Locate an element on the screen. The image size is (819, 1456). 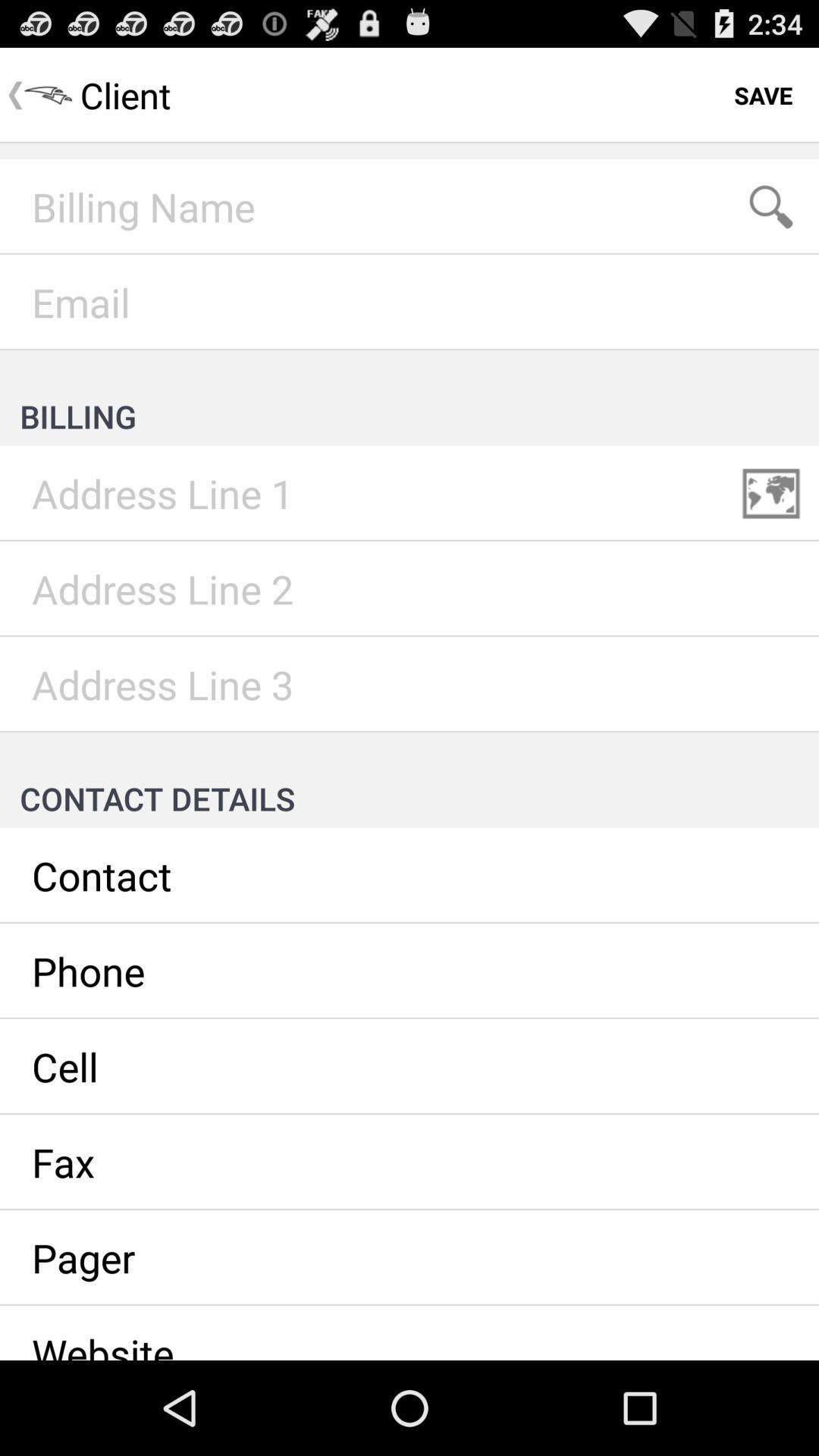
write your second address line is located at coordinates (409, 588).